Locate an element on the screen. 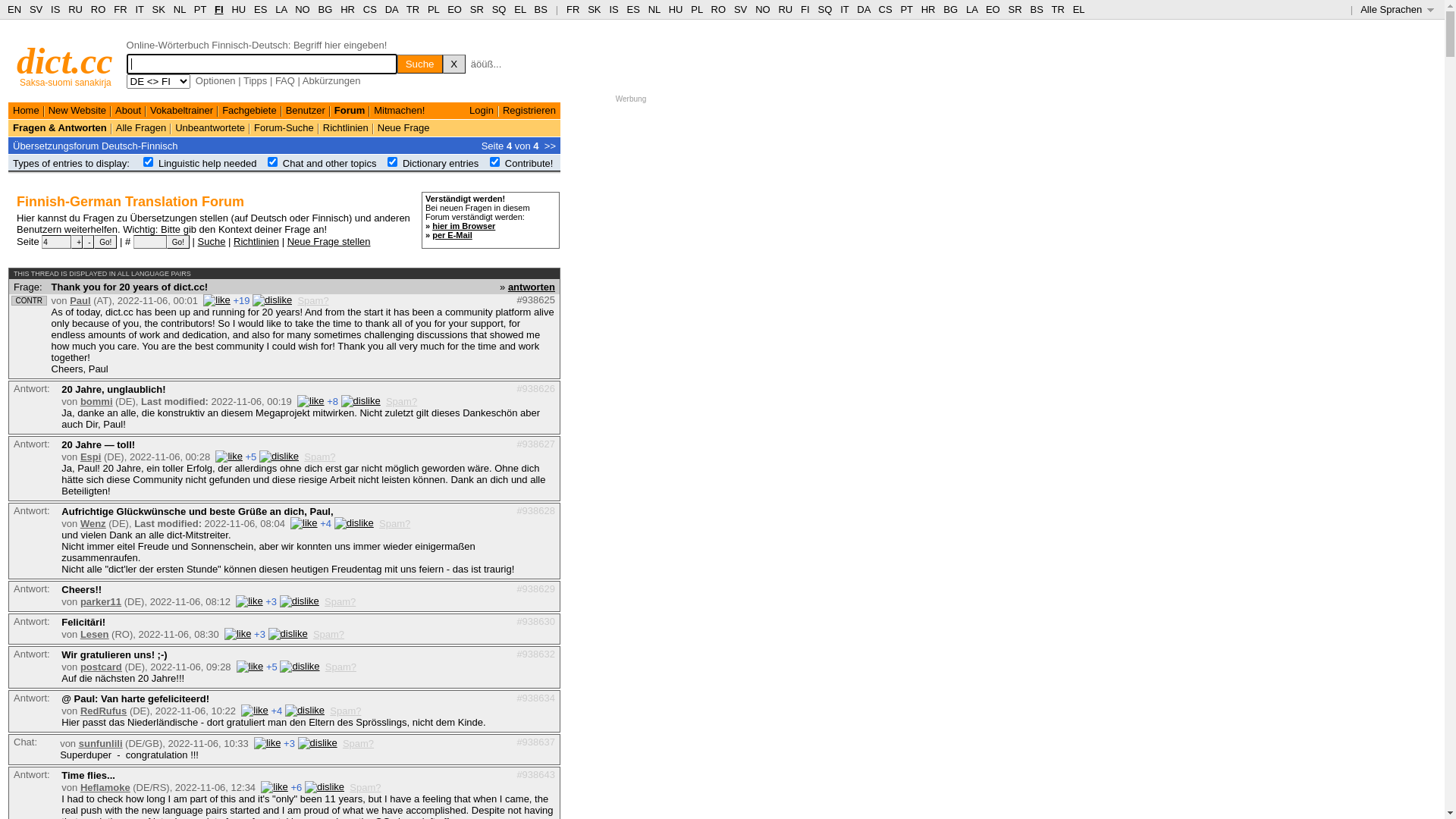 This screenshot has height=819, width=1456. '#938627' is located at coordinates (516, 444).